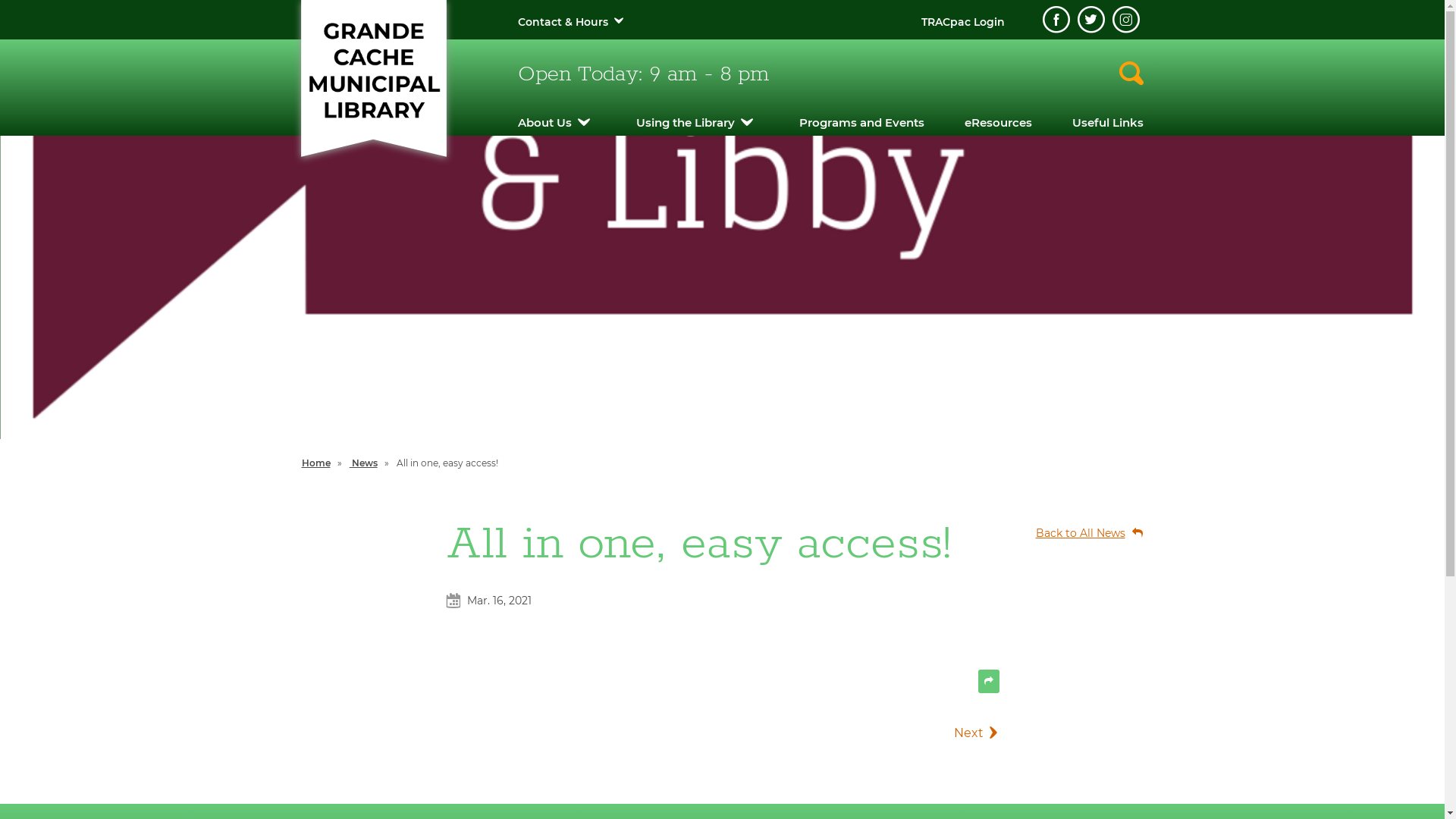 Image resolution: width=1456 pixels, height=819 pixels. What do you see at coordinates (1081, 532) in the screenshot?
I see `'Back to All News'` at bounding box center [1081, 532].